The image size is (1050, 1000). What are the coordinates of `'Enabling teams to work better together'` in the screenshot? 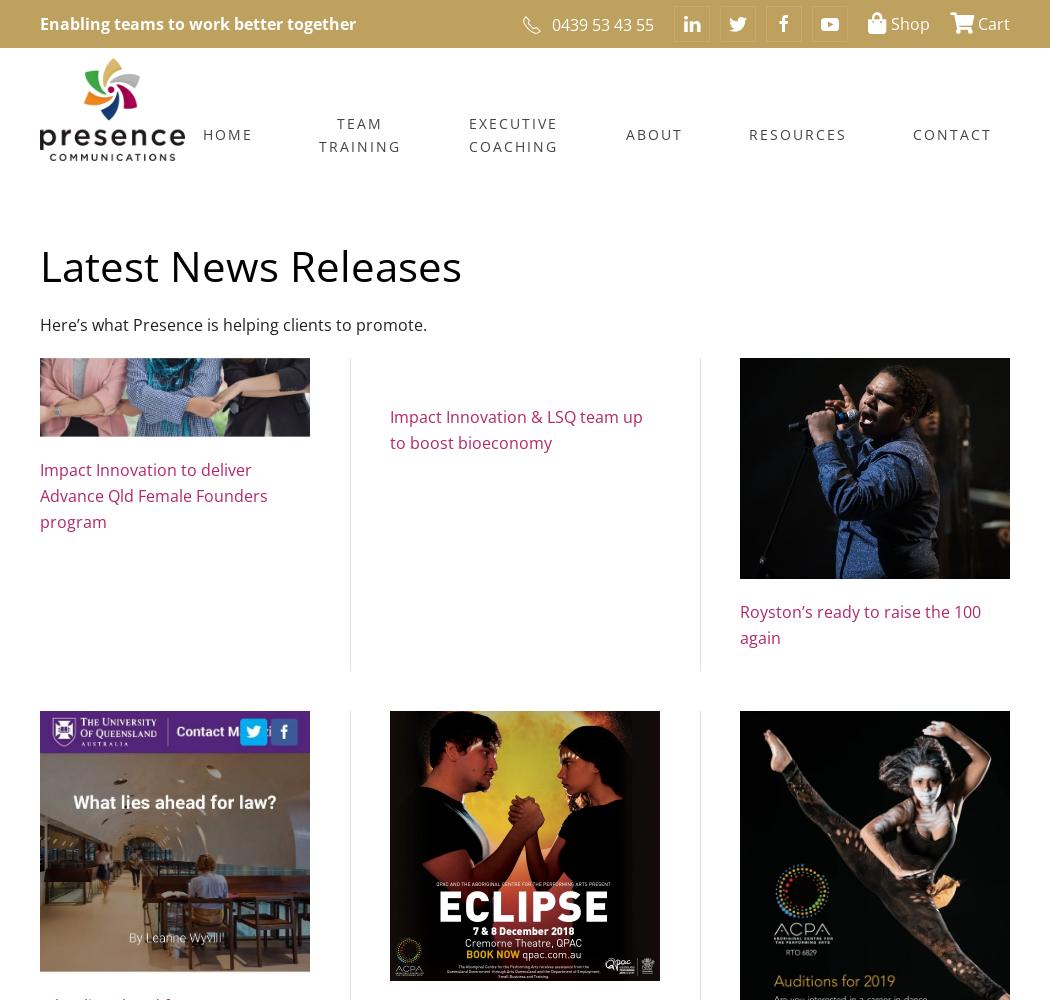 It's located at (197, 24).